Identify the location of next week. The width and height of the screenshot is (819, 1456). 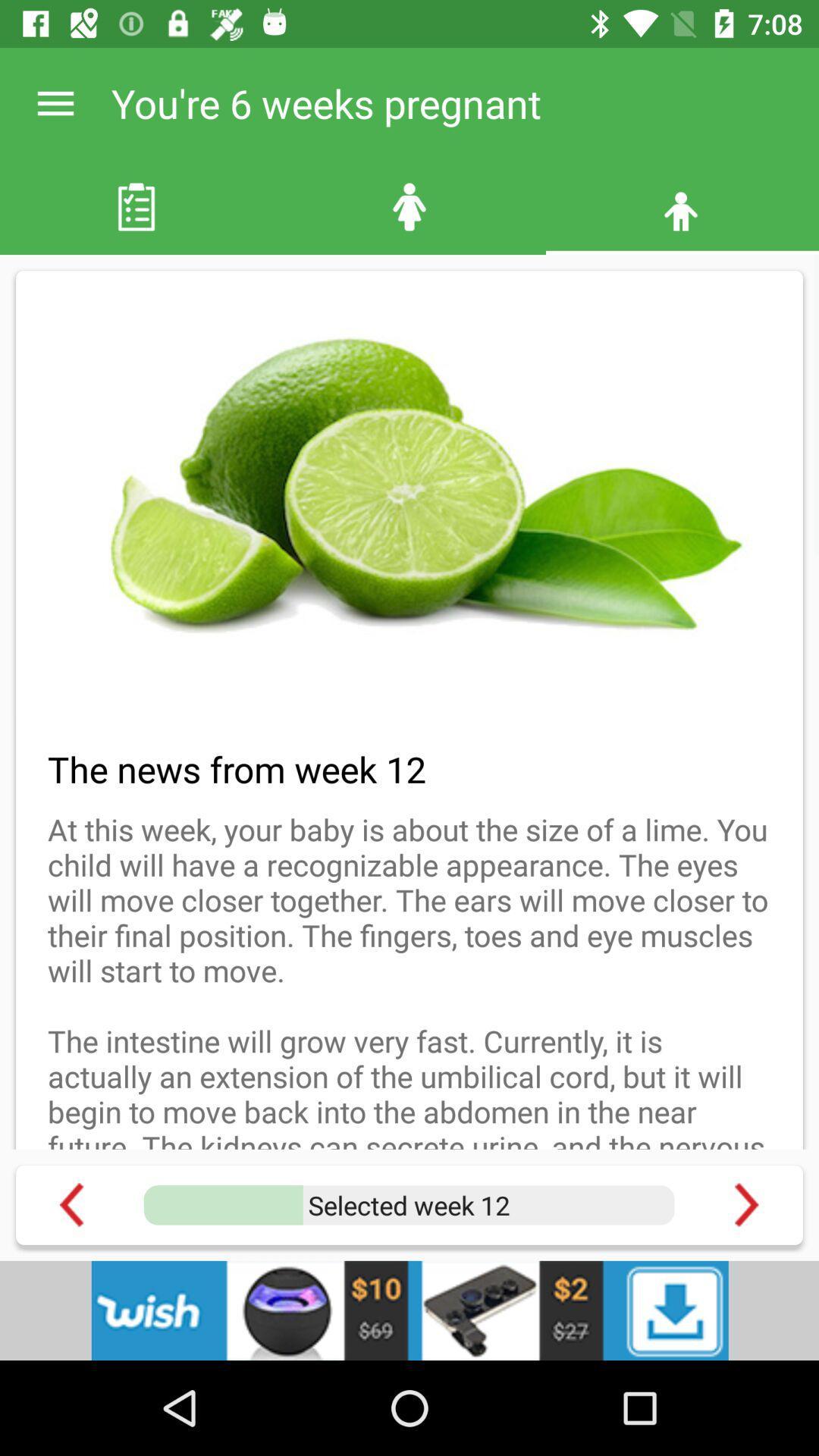
(745, 1204).